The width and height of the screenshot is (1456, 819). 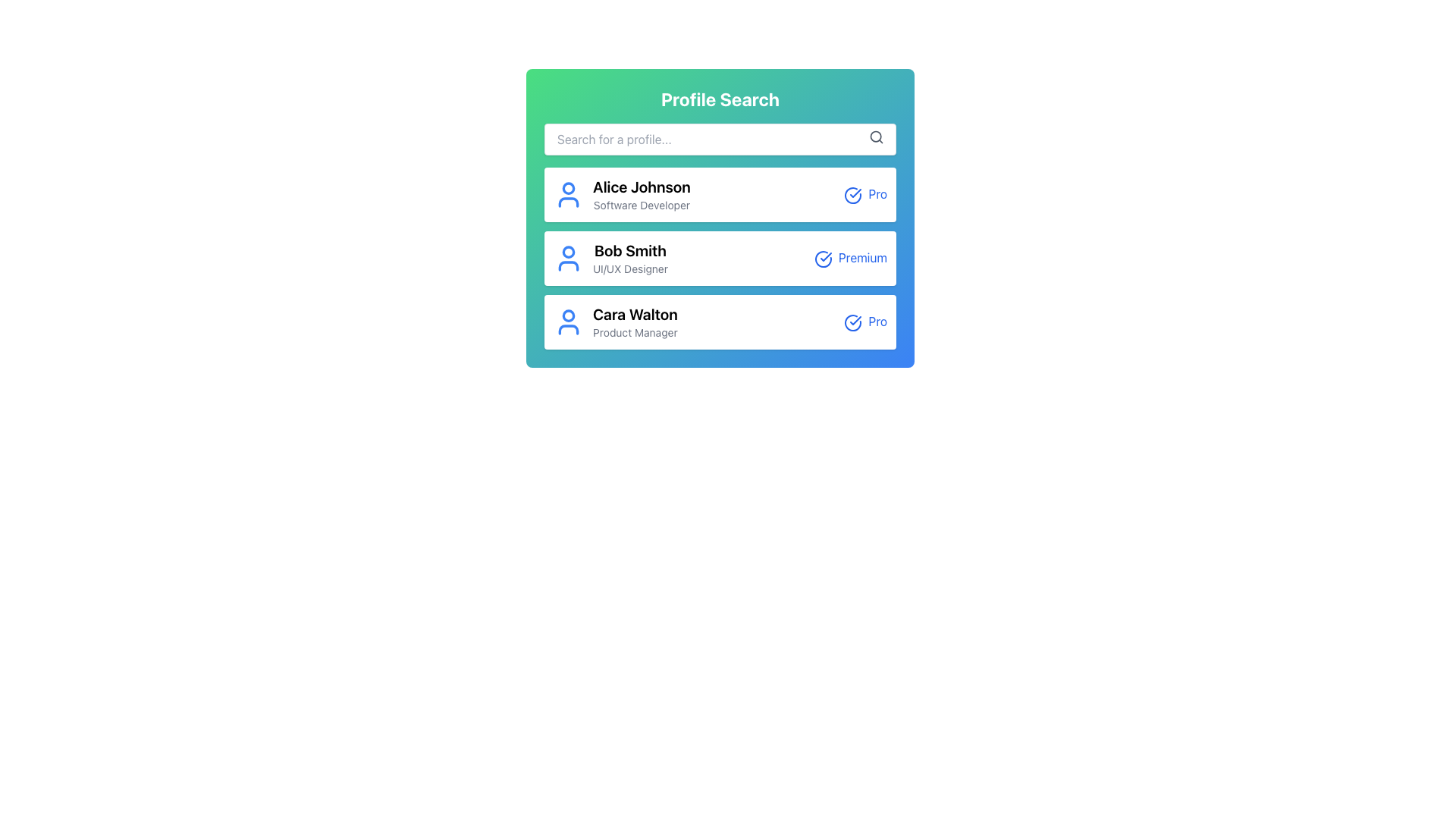 What do you see at coordinates (567, 250) in the screenshot?
I see `the circular representation of the head in the user profile SVG icon located at the top center of the icon, which is part of the profile entry for 'Bob Smith'` at bounding box center [567, 250].